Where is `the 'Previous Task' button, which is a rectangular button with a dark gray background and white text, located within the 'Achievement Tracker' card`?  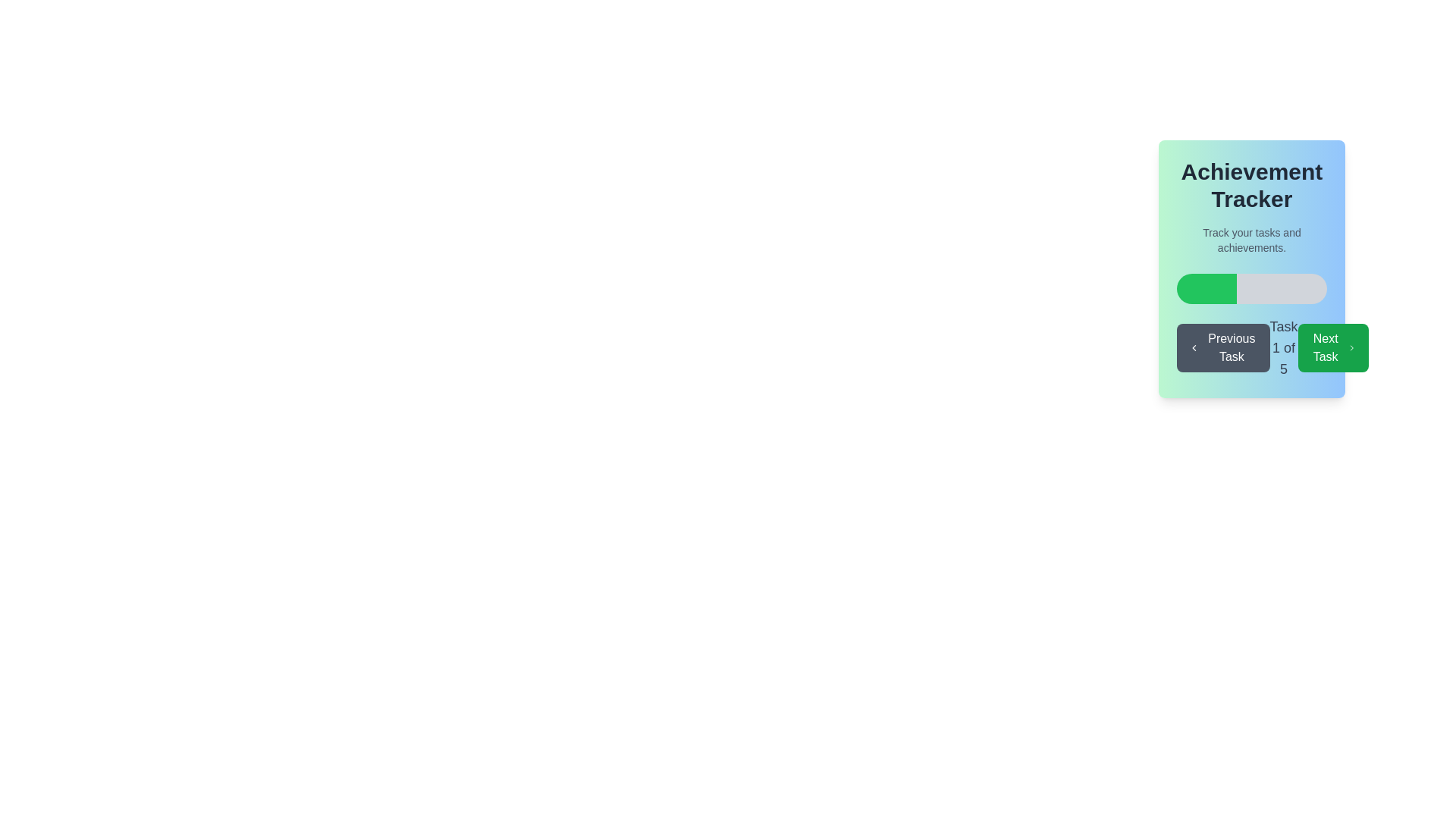
the 'Previous Task' button, which is a rectangular button with a dark gray background and white text, located within the 'Achievement Tracker' card is located at coordinates (1223, 348).